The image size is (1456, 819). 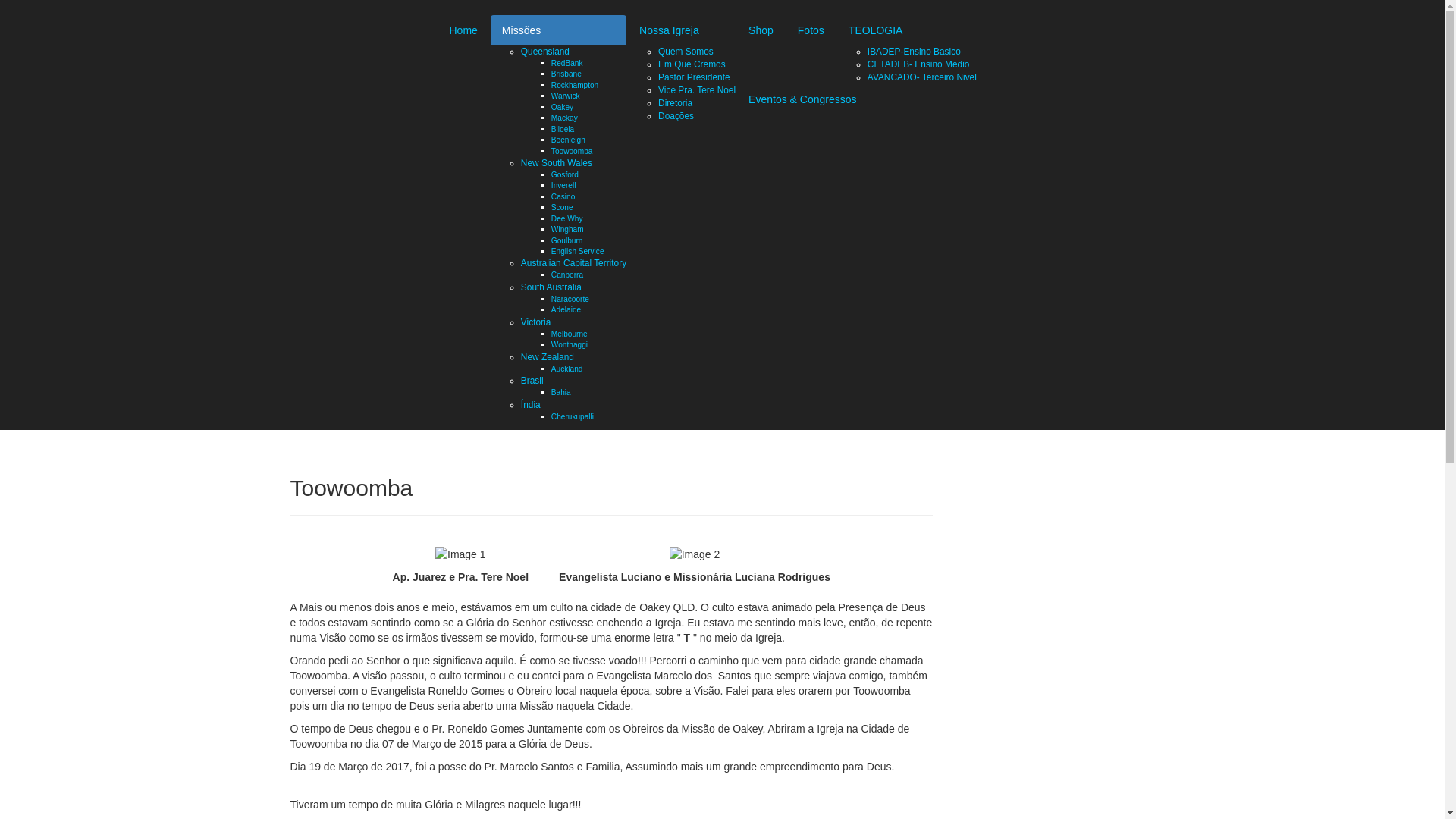 I want to click on 'Inverell', so click(x=563, y=184).